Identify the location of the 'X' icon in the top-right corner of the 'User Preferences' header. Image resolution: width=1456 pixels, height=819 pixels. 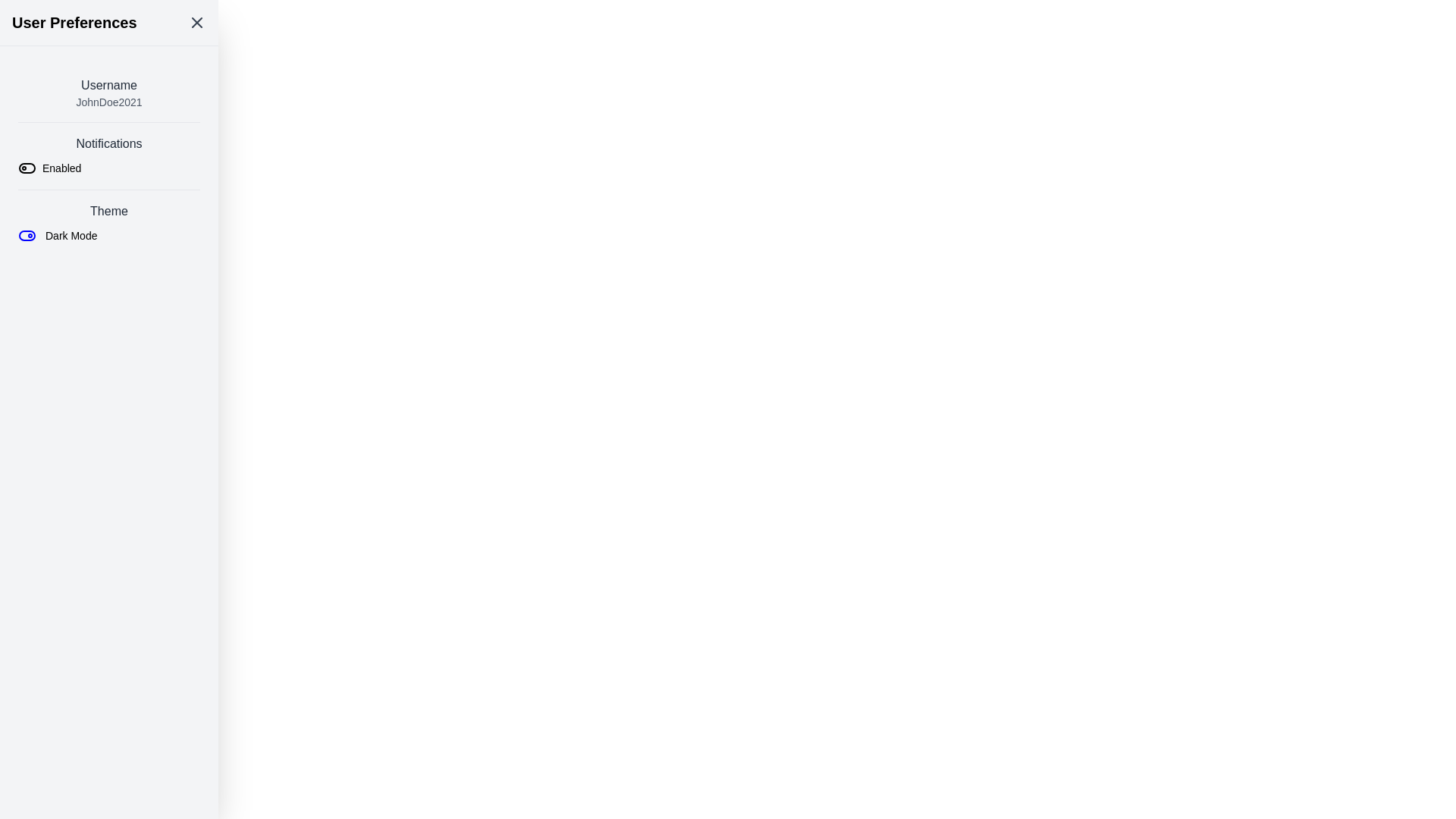
(196, 23).